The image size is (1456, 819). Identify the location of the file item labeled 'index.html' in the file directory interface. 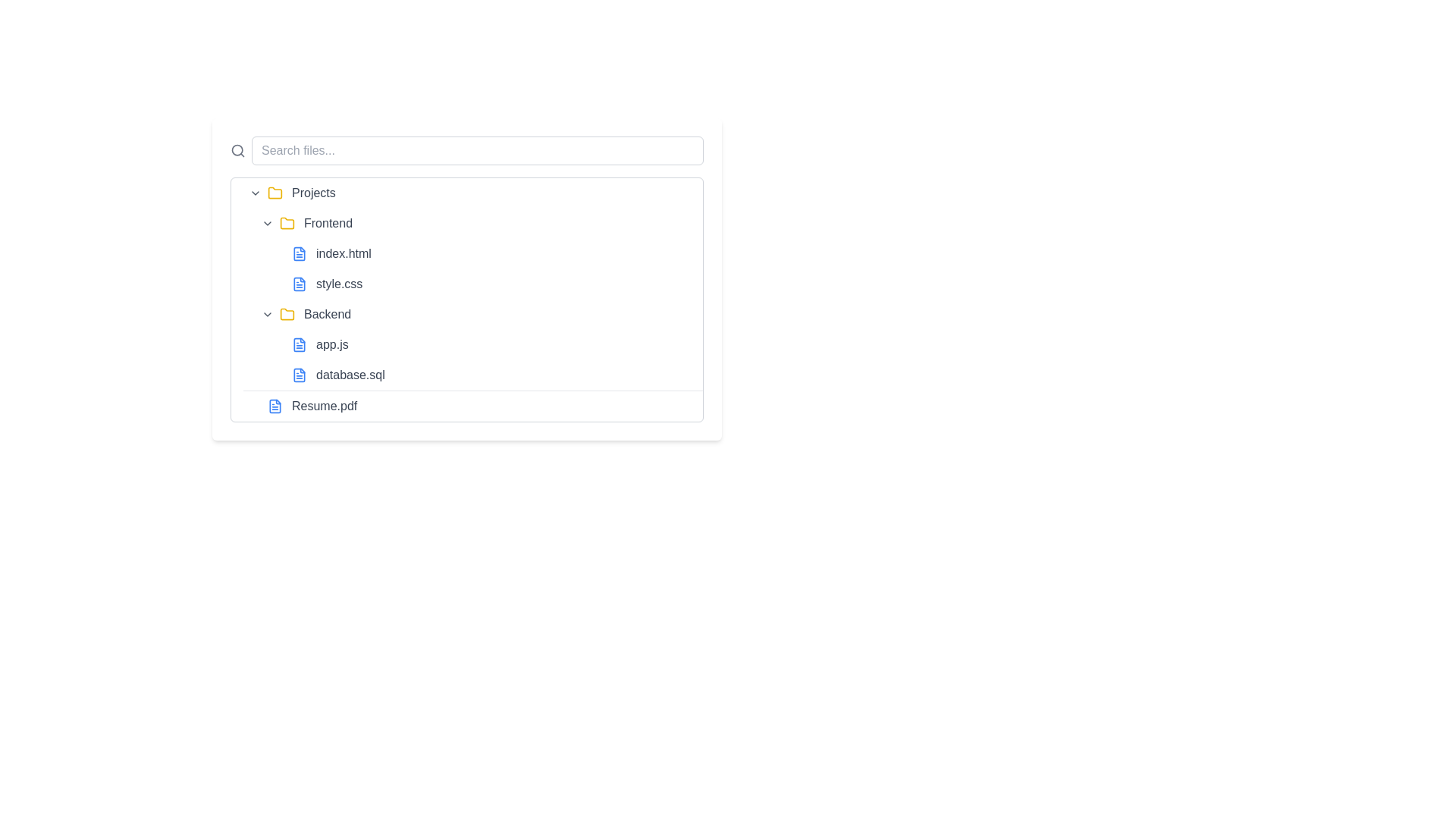
(484, 253).